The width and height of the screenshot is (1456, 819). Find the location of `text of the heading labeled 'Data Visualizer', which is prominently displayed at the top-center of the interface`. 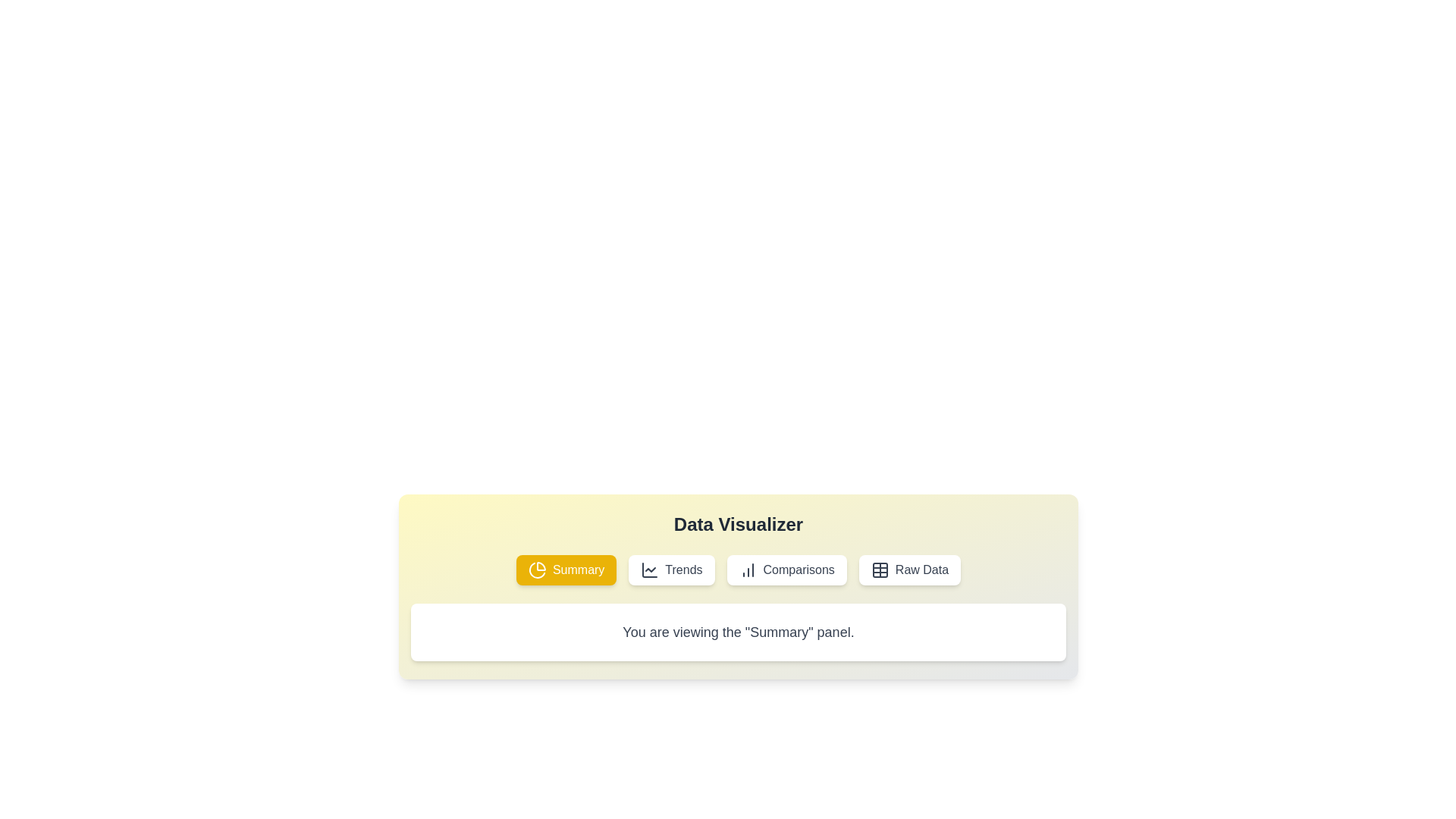

text of the heading labeled 'Data Visualizer', which is prominently displayed at the top-center of the interface is located at coordinates (739, 523).